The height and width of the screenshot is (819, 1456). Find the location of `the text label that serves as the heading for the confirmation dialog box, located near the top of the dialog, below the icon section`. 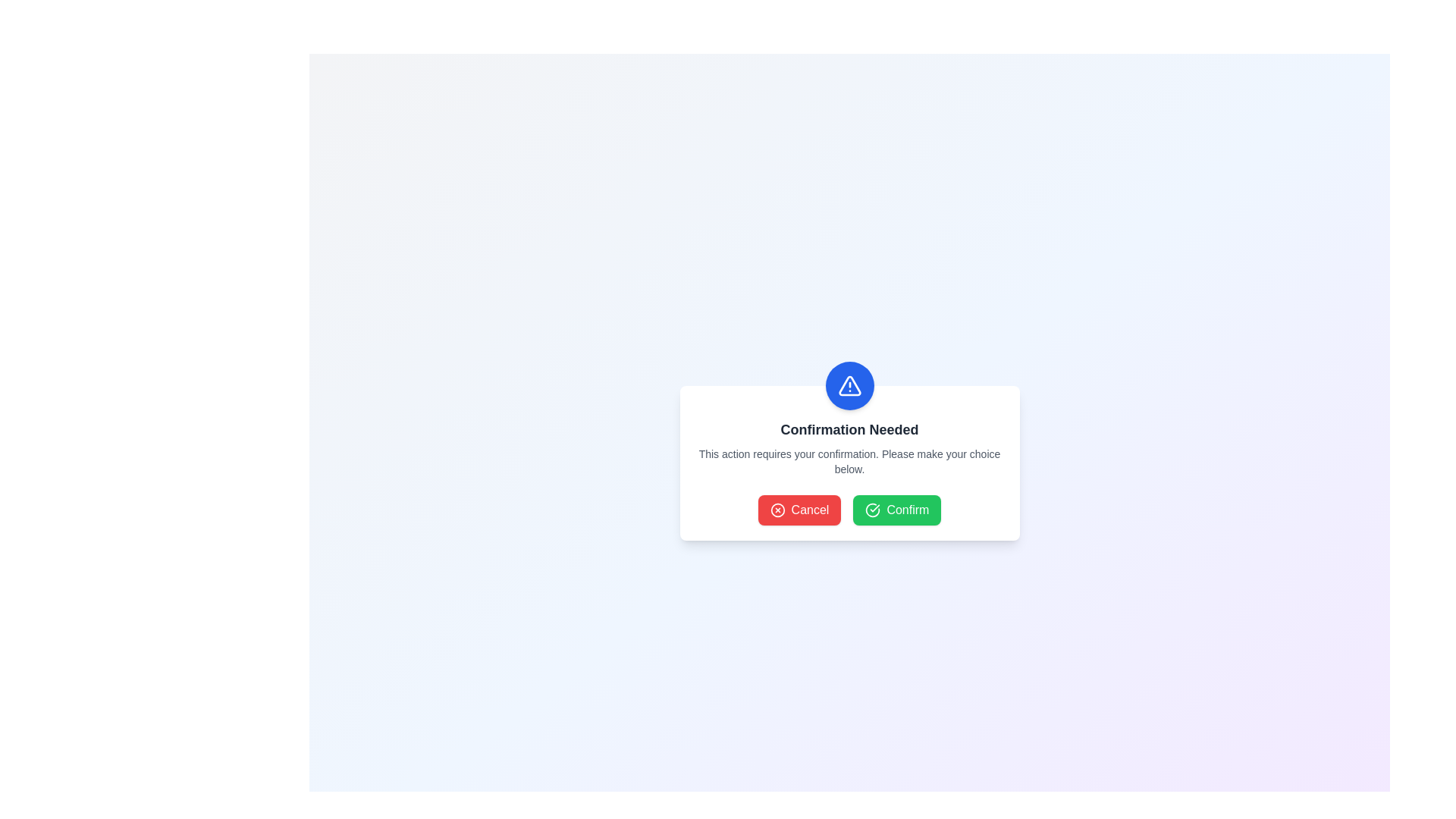

the text label that serves as the heading for the confirmation dialog box, located near the top of the dialog, below the icon section is located at coordinates (849, 430).